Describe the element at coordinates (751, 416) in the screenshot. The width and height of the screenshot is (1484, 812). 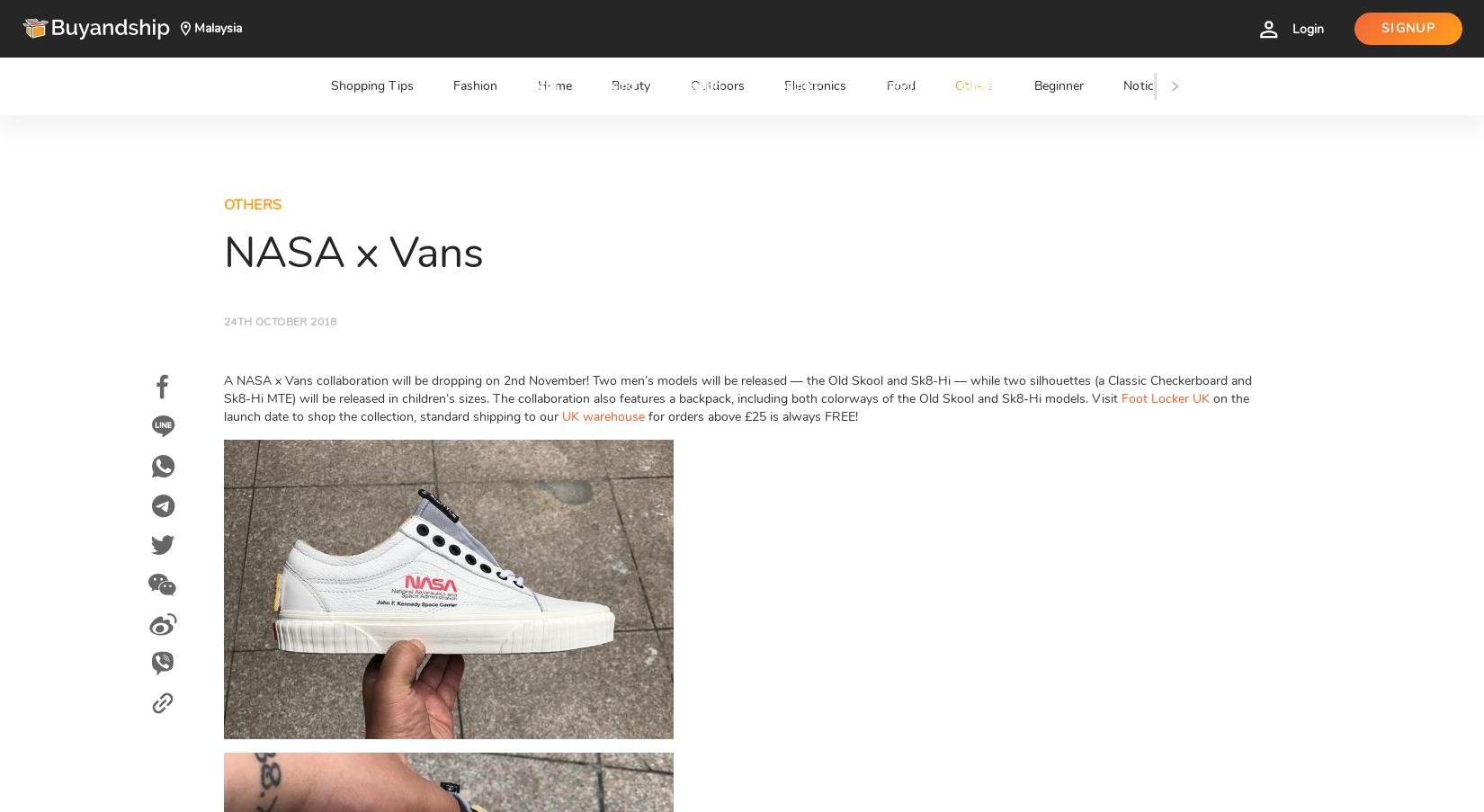
I see `'for orders above £25 is always FREE!'` at that location.